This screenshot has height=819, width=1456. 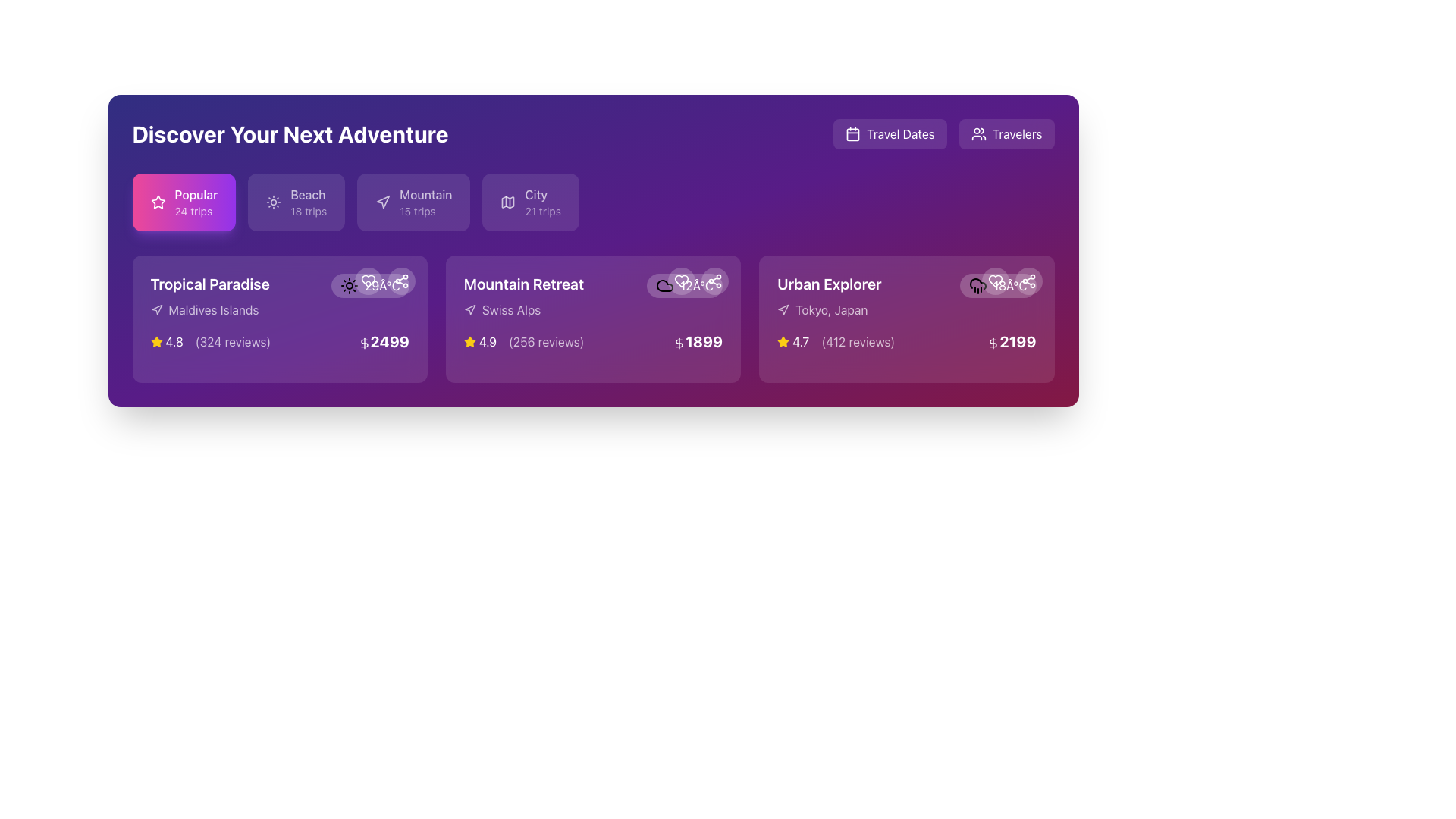 I want to click on the Text label displaying '15 trips' located below the 'Mountain' title within the 'Mountain' category button, so click(x=425, y=211).